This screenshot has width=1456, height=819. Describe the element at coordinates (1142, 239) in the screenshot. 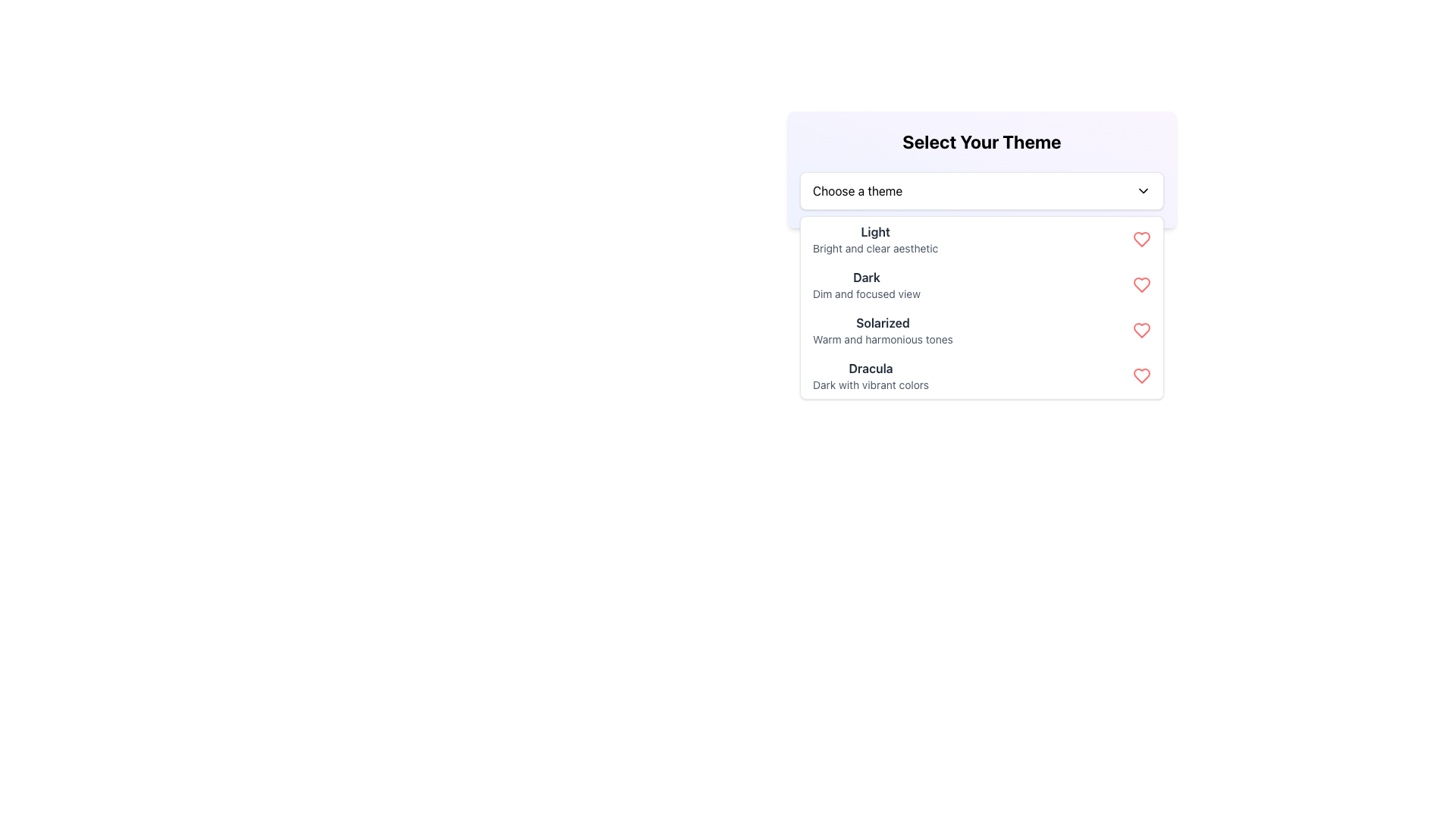

I see `the heart icon located on the far-right side of the list item labeled 'Light' in the theme selection dropdown to interact with it` at that location.